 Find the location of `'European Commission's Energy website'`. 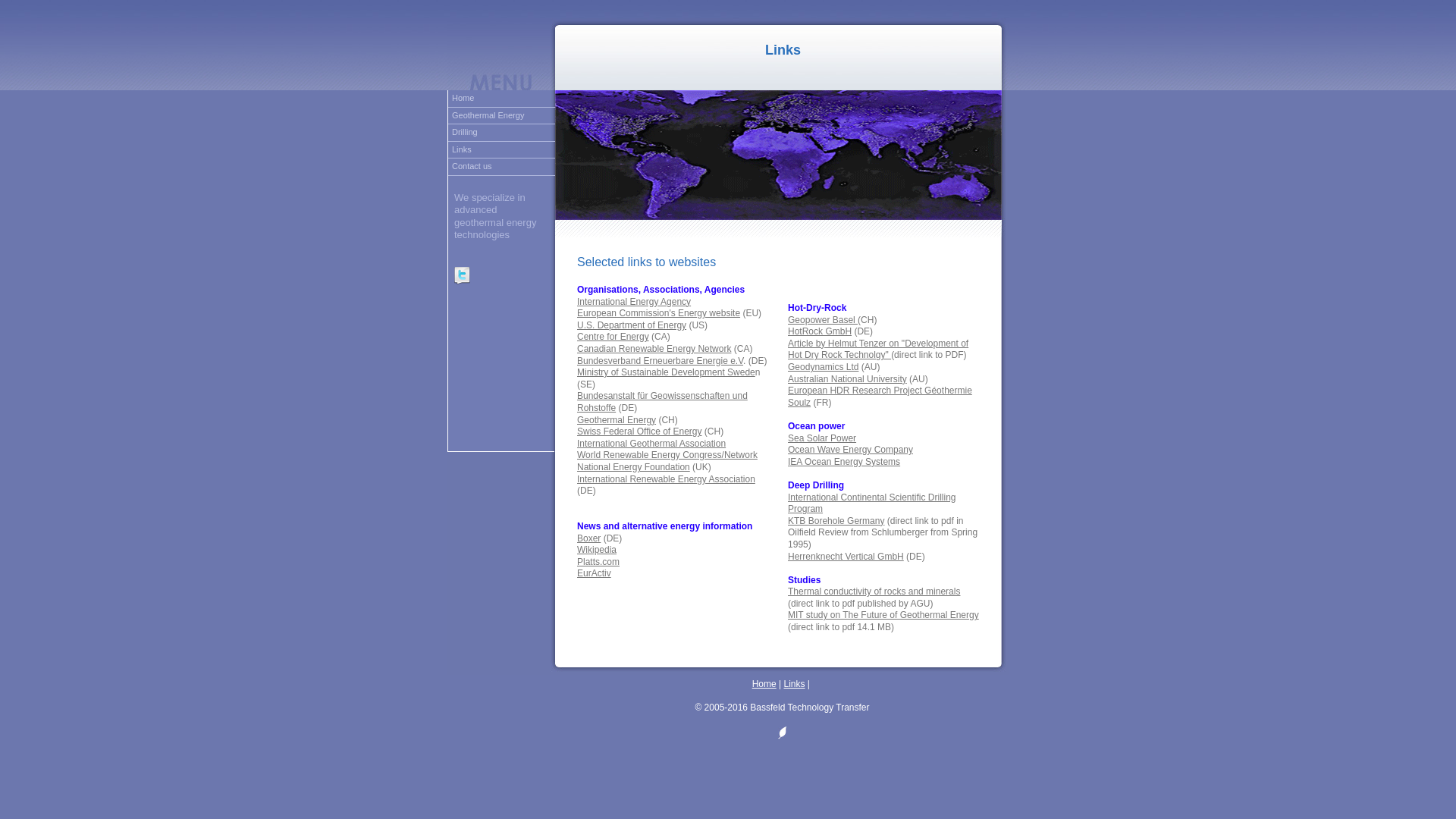

'European Commission's Energy website' is located at coordinates (576, 312).